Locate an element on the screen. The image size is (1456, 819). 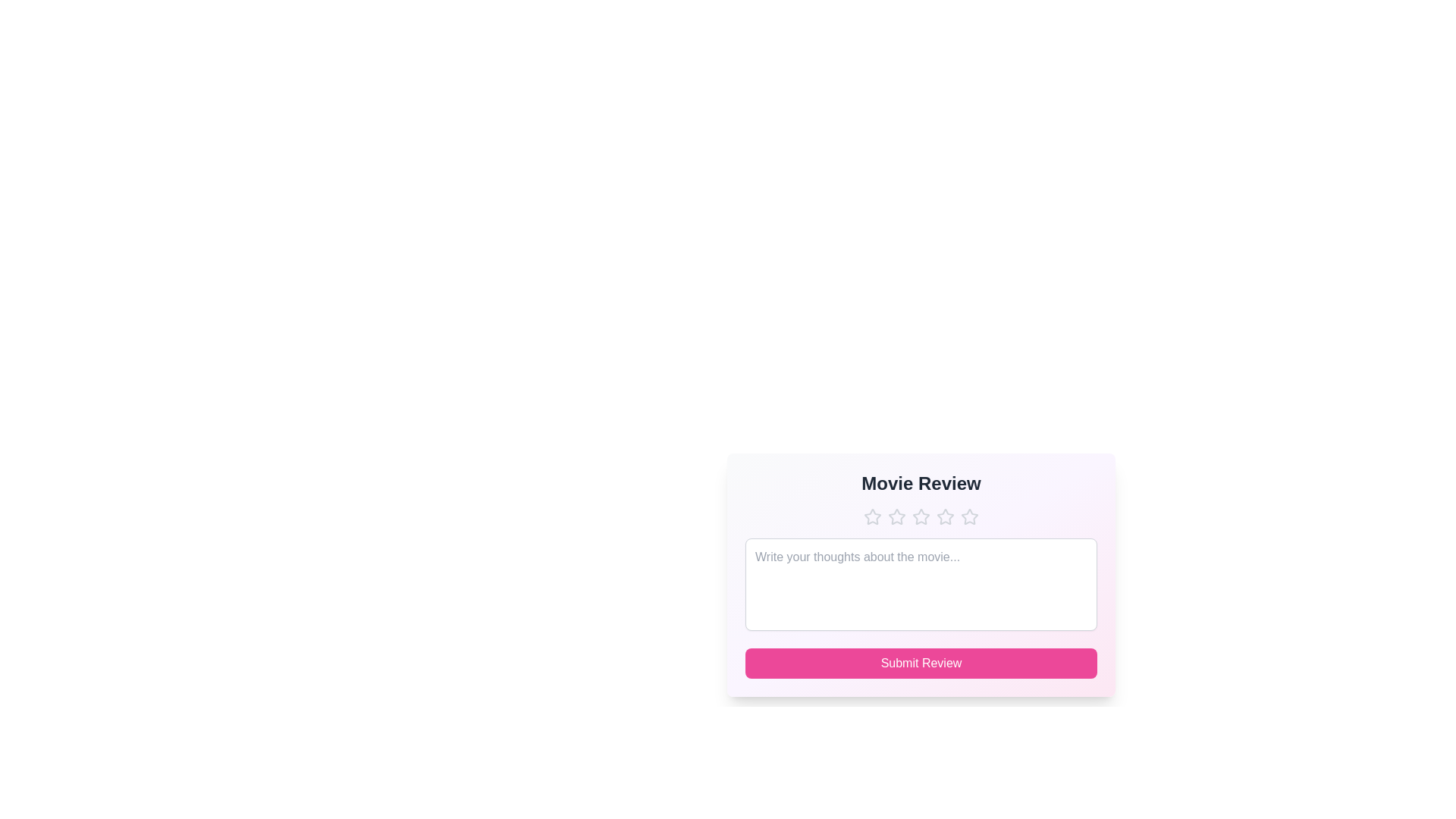
the star icon to set the rating to 2 is located at coordinates (896, 516).